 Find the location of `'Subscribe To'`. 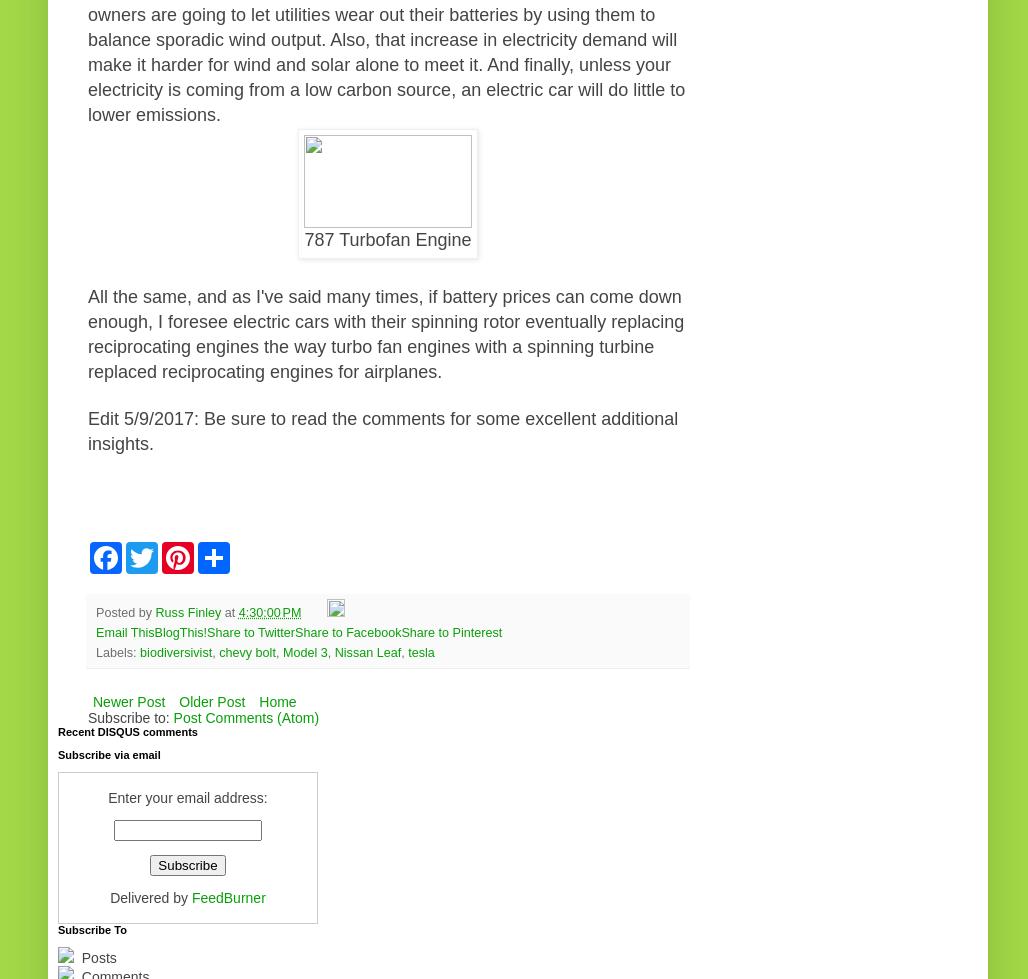

'Subscribe To' is located at coordinates (91, 928).